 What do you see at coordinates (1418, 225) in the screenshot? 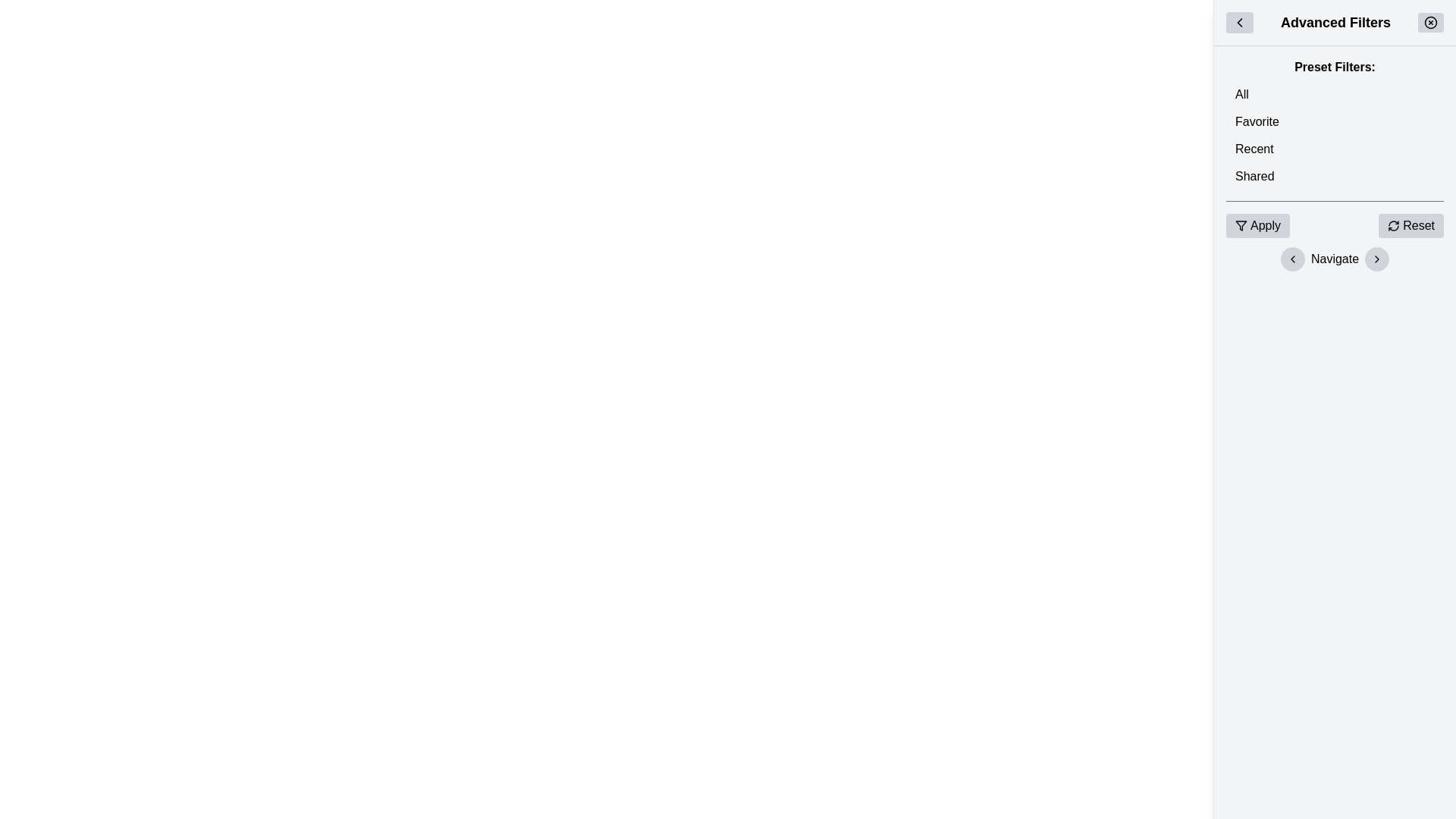
I see `the 'Reset' text label within the button that has a light gray background and a refresh icon` at bounding box center [1418, 225].